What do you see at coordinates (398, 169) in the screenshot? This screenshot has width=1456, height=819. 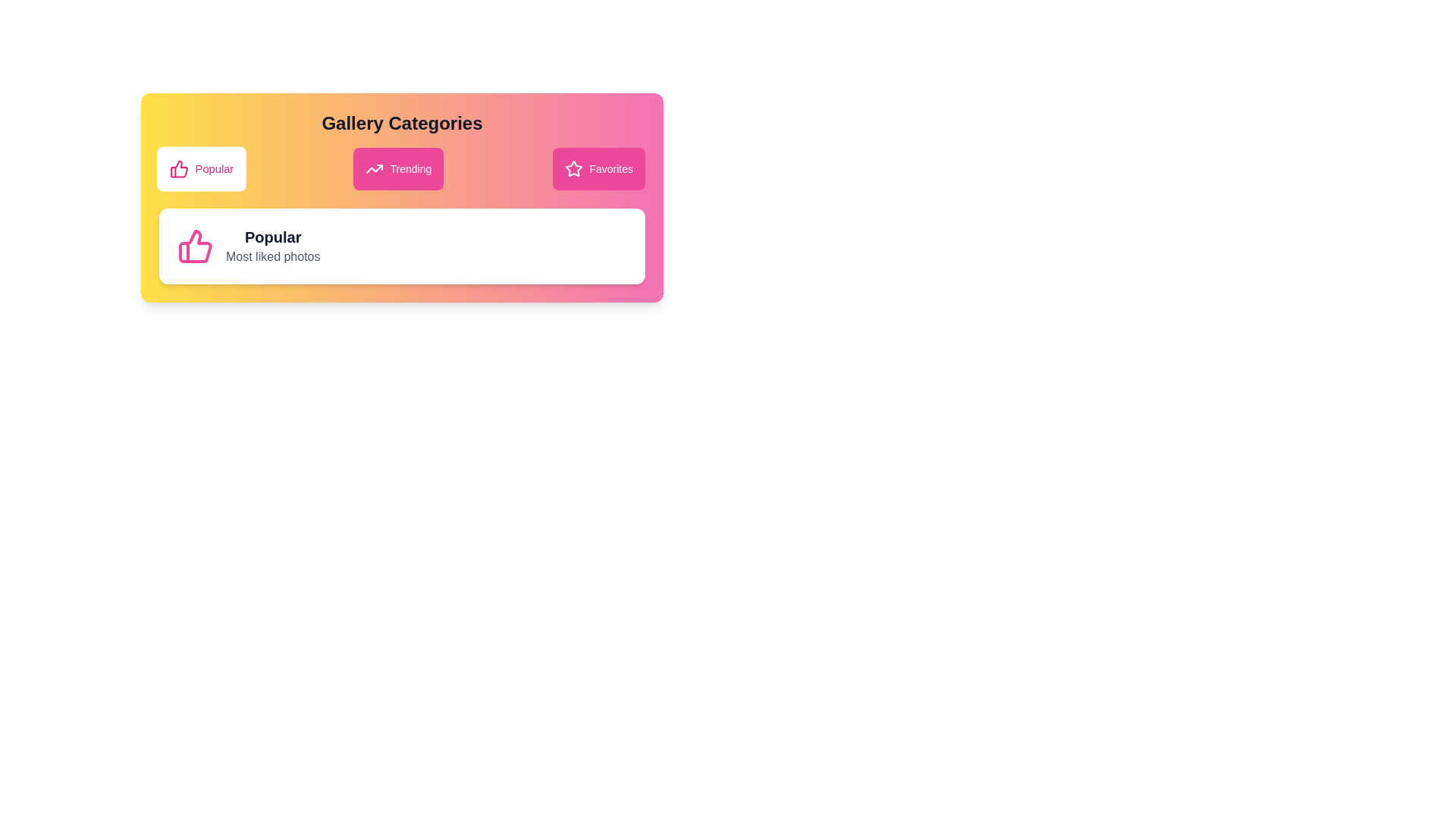 I see `the 'Trending' button located in the 'Gallery Categories' section, which is the second button in a row of three, positioned between the 'Popular' and 'Favorites' buttons` at bounding box center [398, 169].